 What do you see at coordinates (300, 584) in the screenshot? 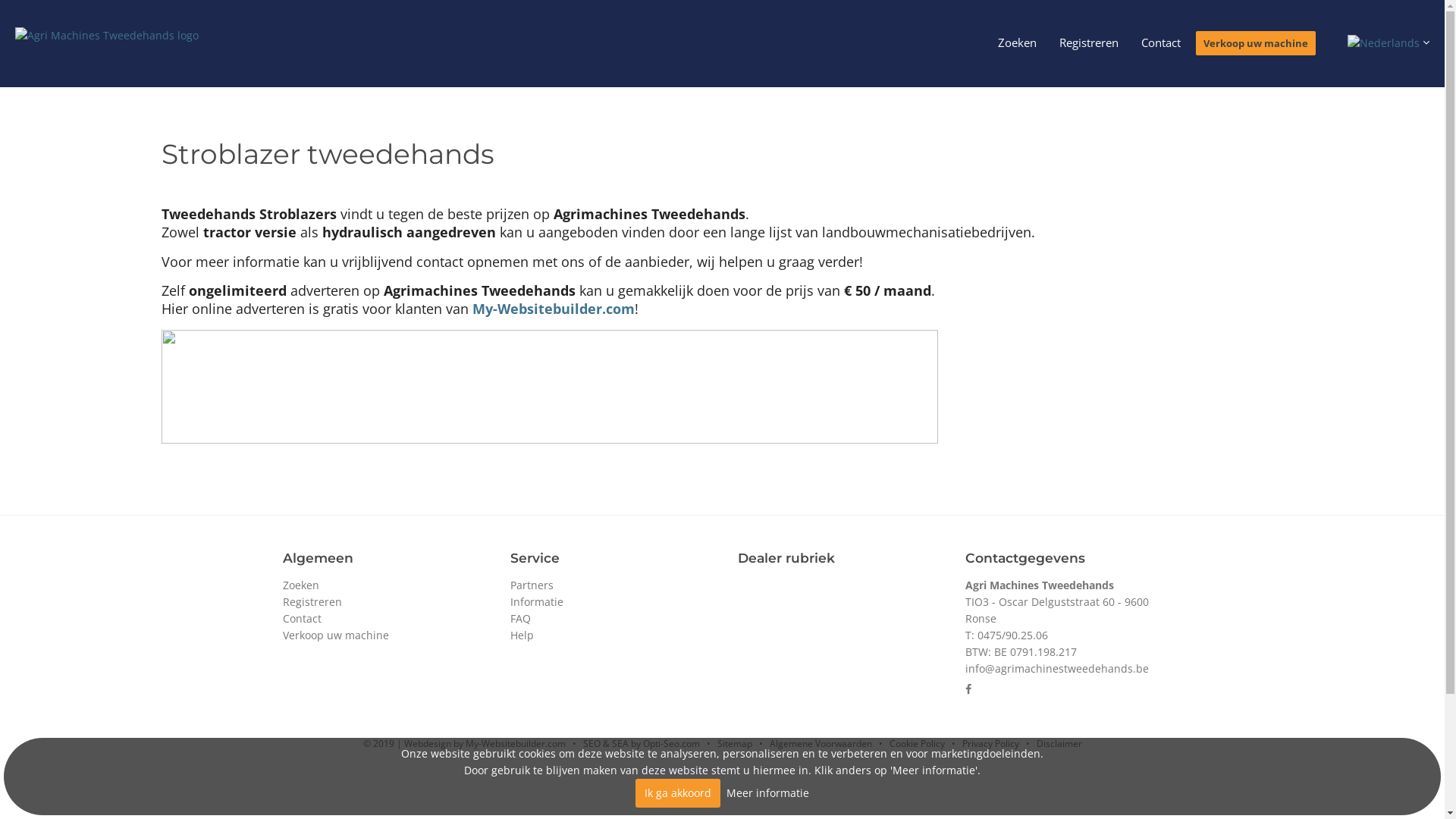
I see `'Zoeken'` at bounding box center [300, 584].